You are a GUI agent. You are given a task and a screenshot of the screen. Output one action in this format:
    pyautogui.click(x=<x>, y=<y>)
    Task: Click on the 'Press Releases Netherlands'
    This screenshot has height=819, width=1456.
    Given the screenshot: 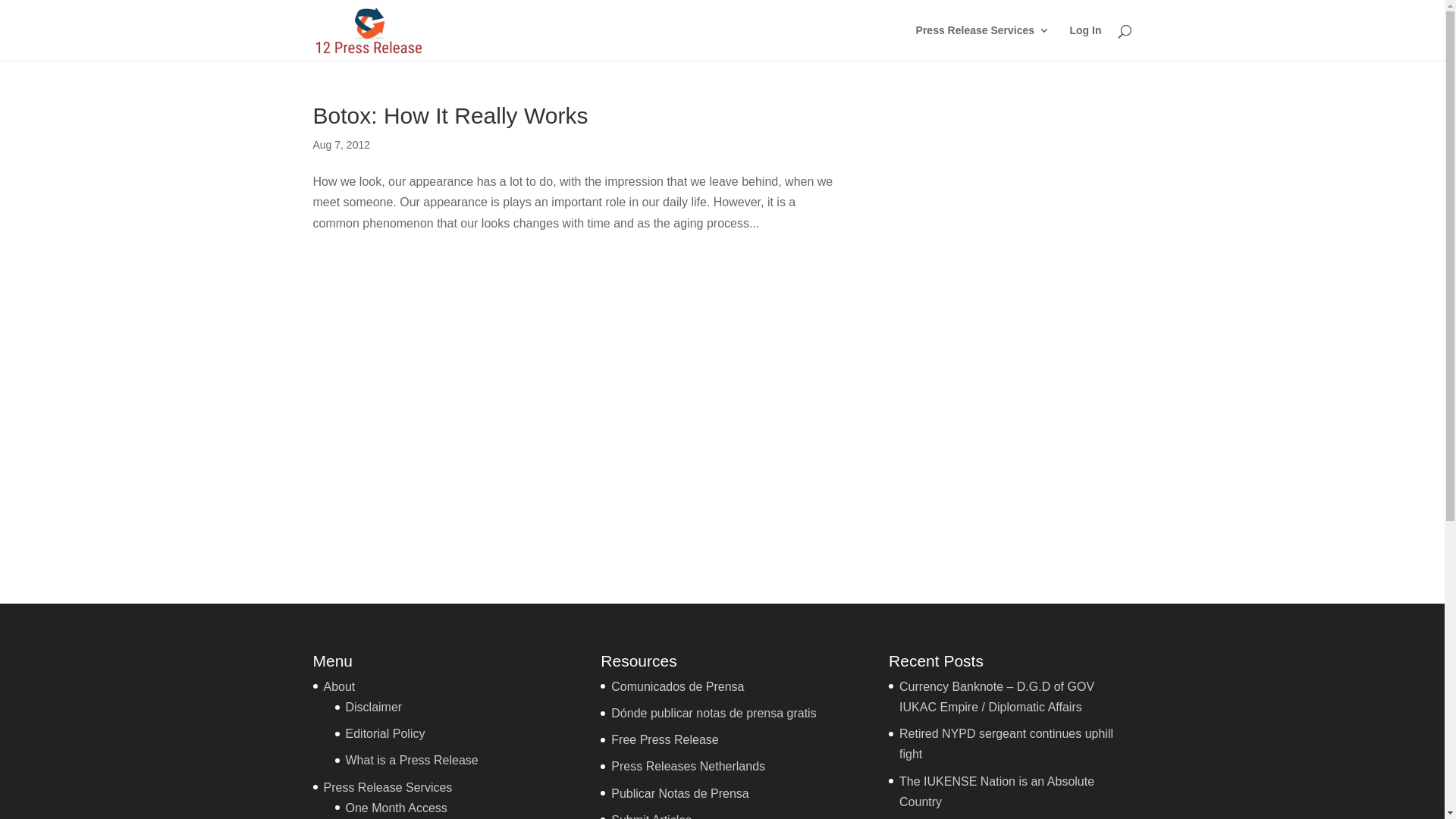 What is the action you would take?
    pyautogui.click(x=687, y=766)
    